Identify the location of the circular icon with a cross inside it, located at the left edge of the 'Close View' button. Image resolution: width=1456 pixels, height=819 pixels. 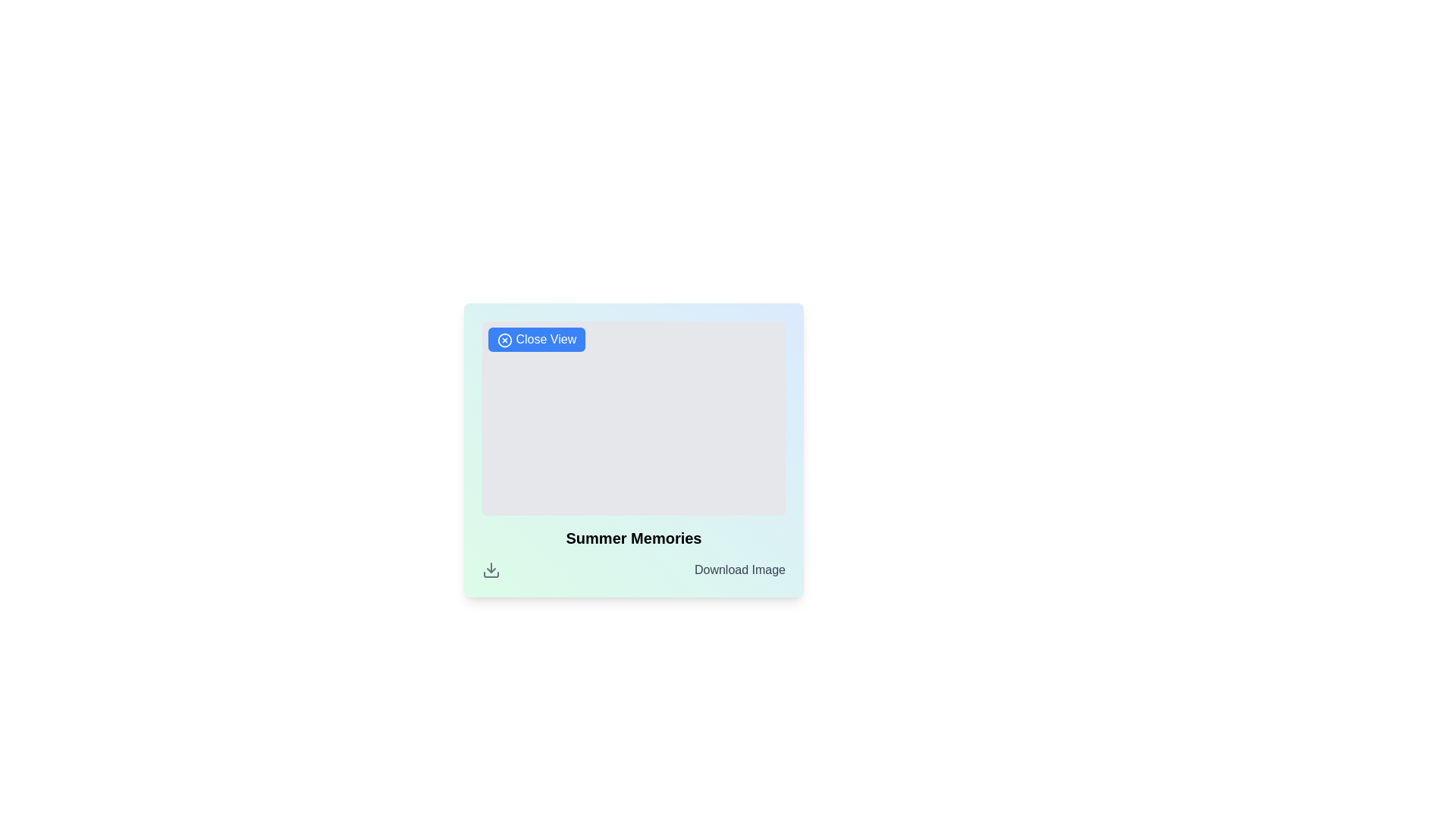
(505, 338).